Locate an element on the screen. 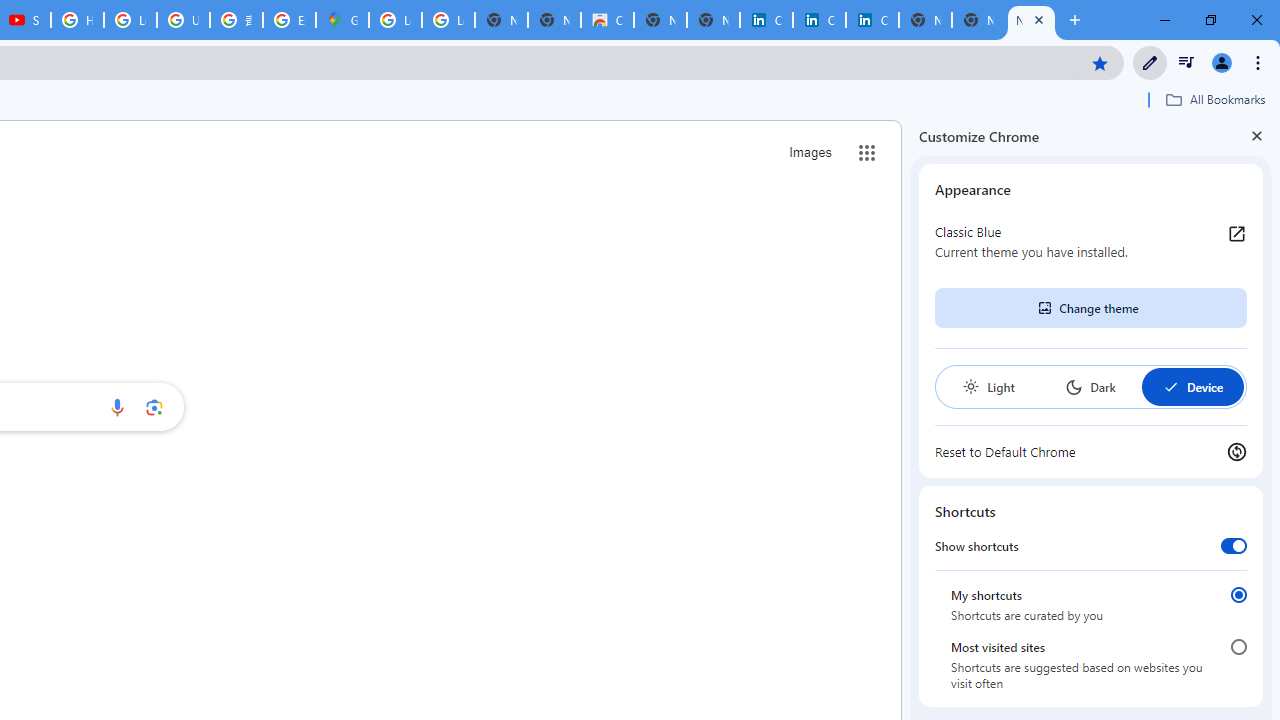  'Device' is located at coordinates (1192, 387).